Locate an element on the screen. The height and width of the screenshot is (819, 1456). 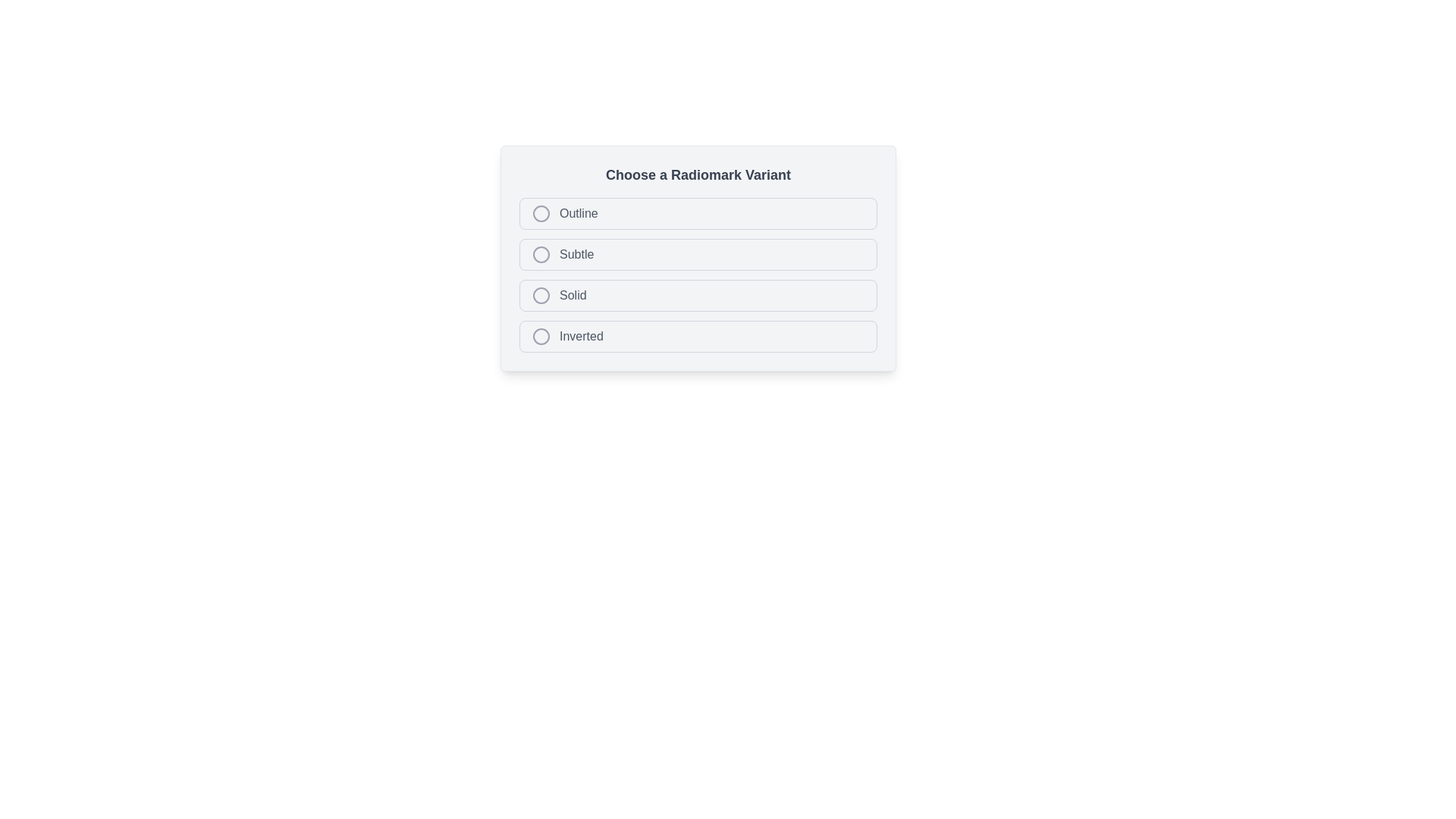
the 'Outline' text label within the first selectable option of the 'Choose a Radiomark Variant' form to trigger a visual effect is located at coordinates (578, 213).